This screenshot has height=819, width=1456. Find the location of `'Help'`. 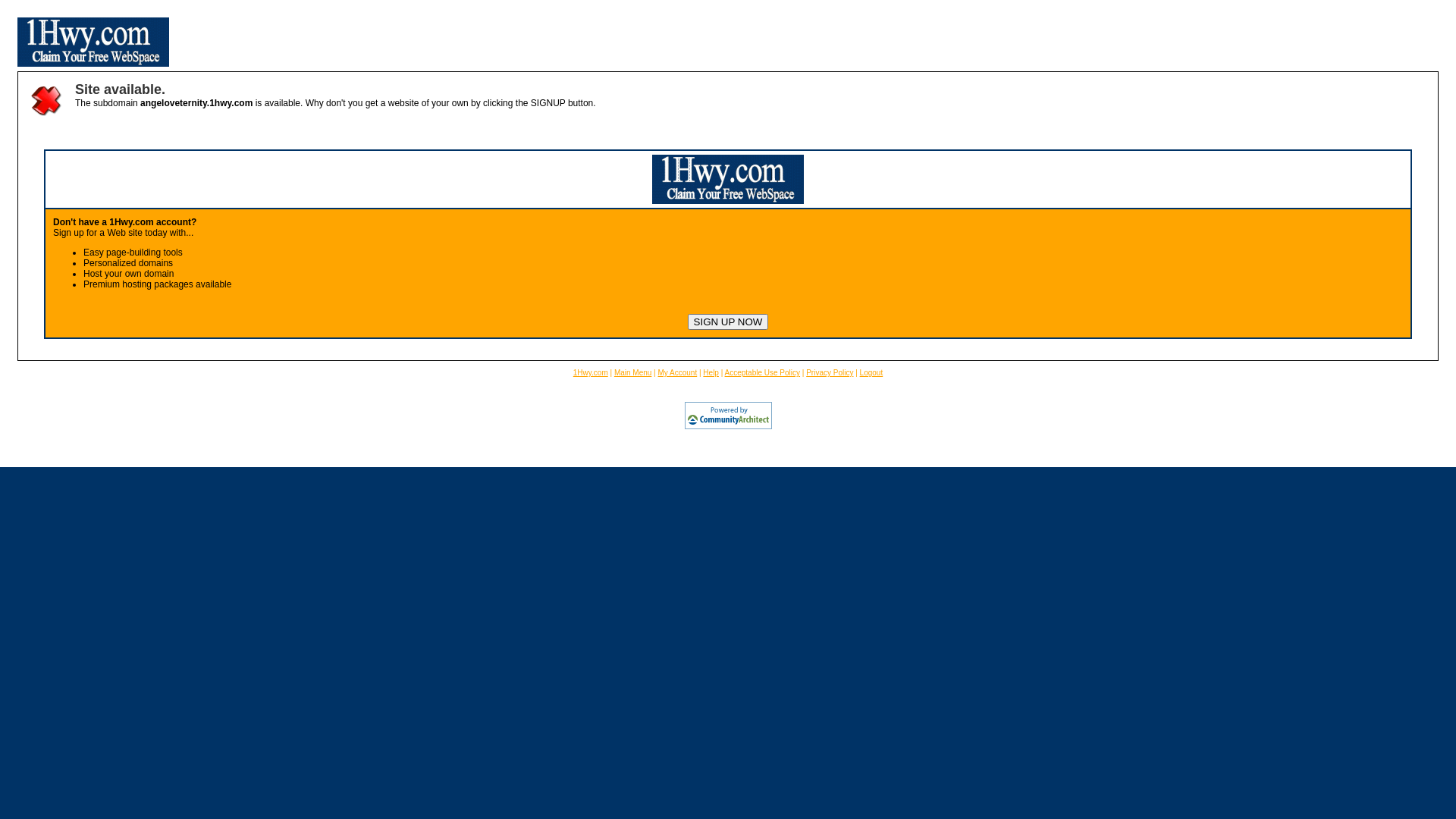

'Help' is located at coordinates (710, 372).